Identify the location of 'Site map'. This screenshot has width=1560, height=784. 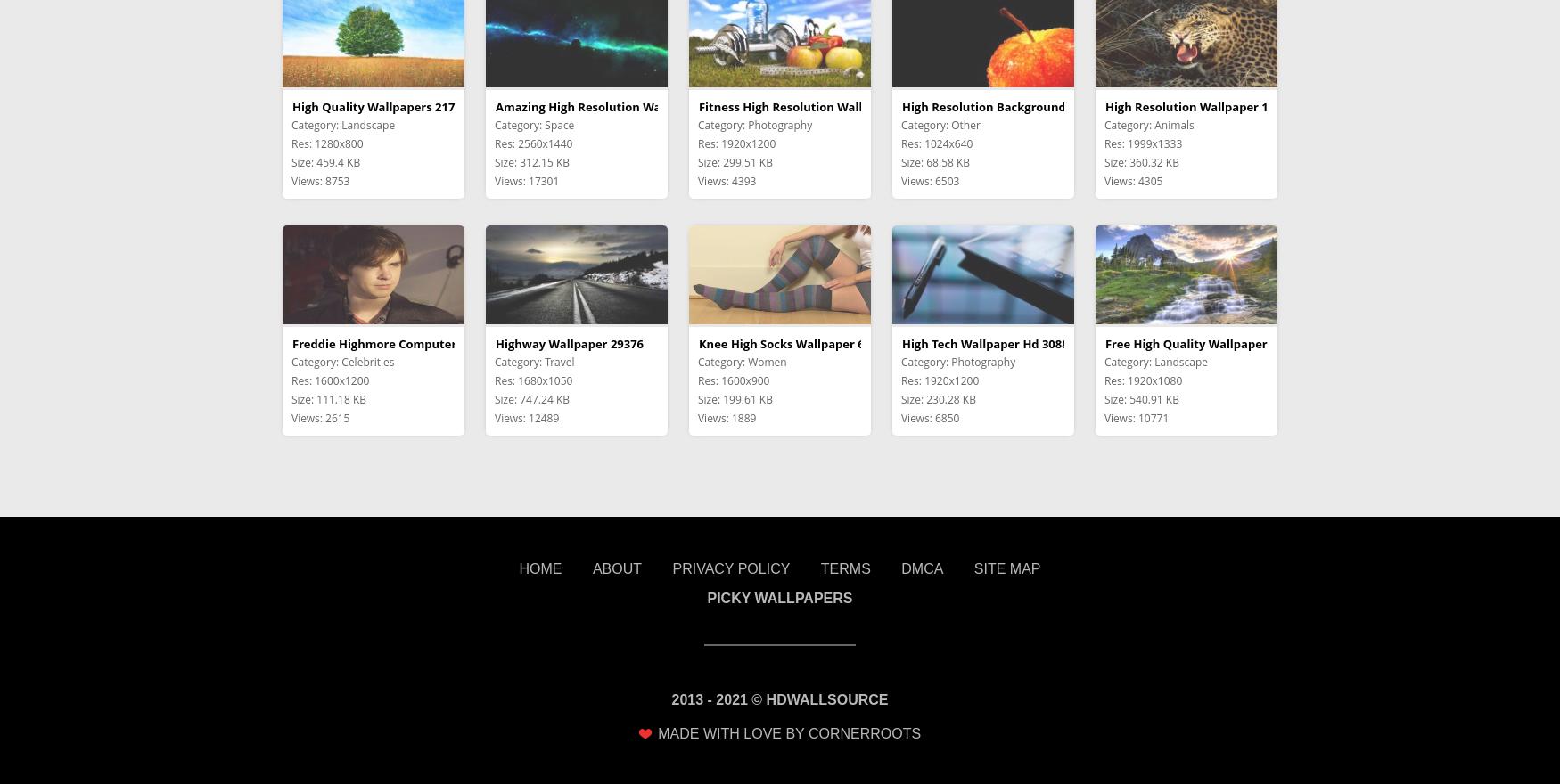
(1006, 568).